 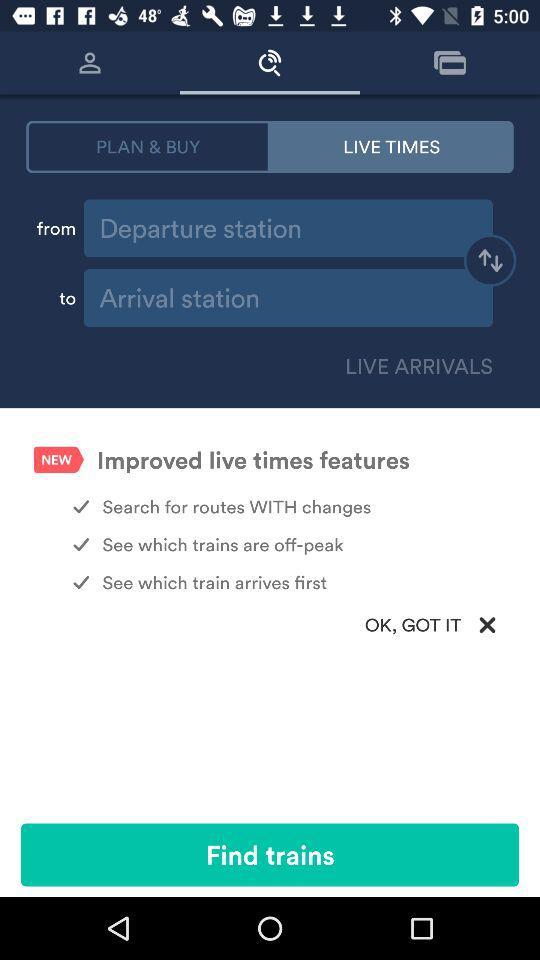 What do you see at coordinates (287, 297) in the screenshot?
I see `write arrival station` at bounding box center [287, 297].